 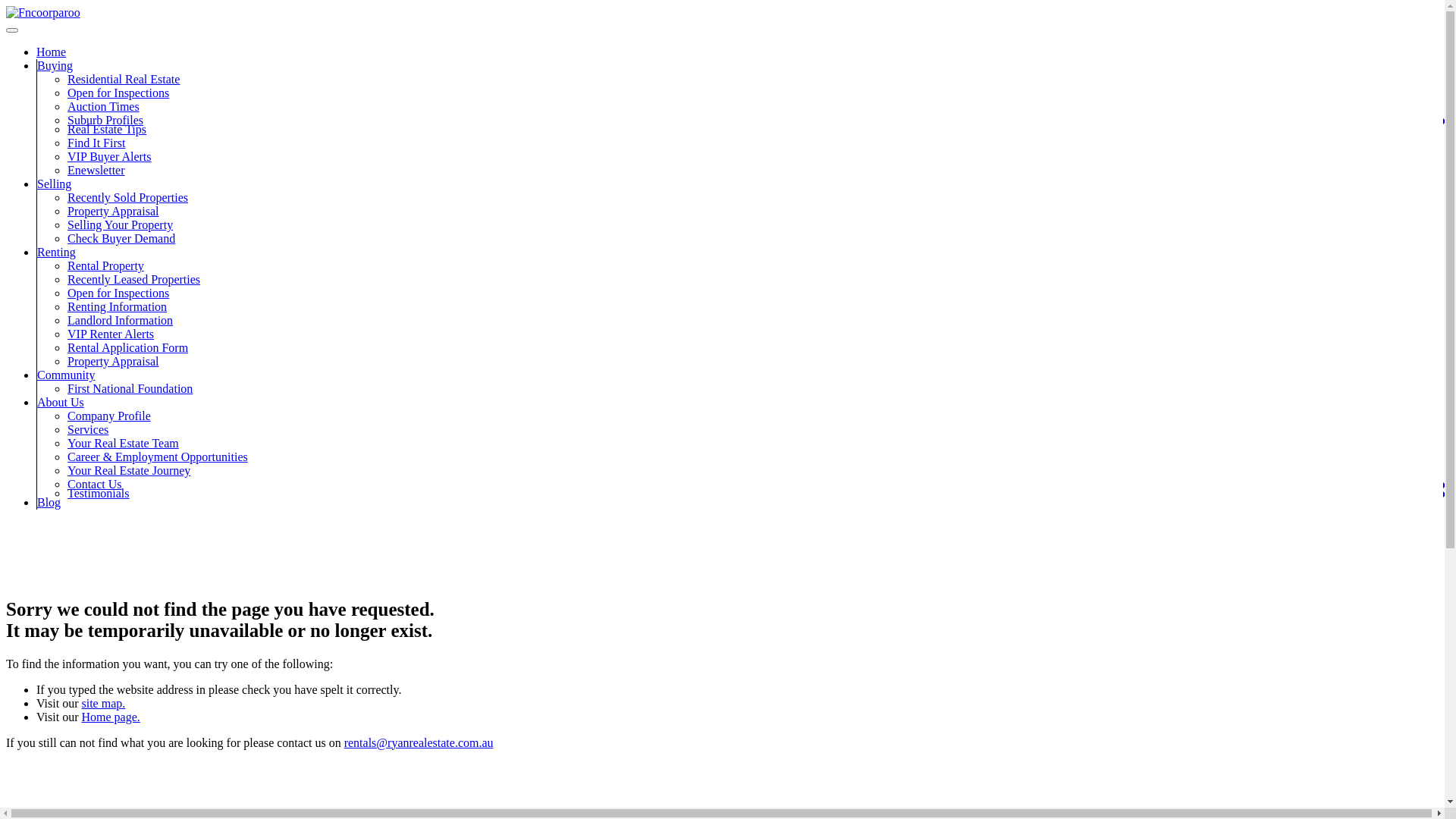 What do you see at coordinates (118, 293) in the screenshot?
I see `'Open for Inspections'` at bounding box center [118, 293].